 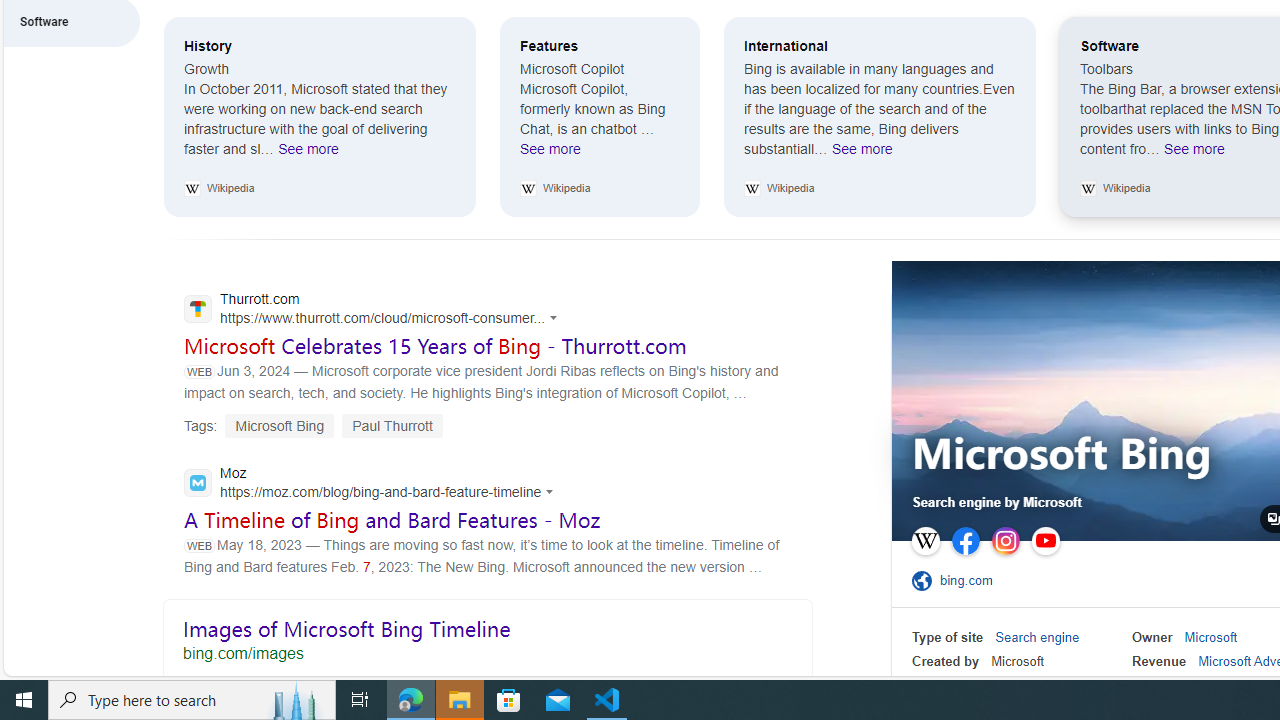 What do you see at coordinates (920, 581) in the screenshot?
I see `'Class: sp-ofsite'` at bounding box center [920, 581].